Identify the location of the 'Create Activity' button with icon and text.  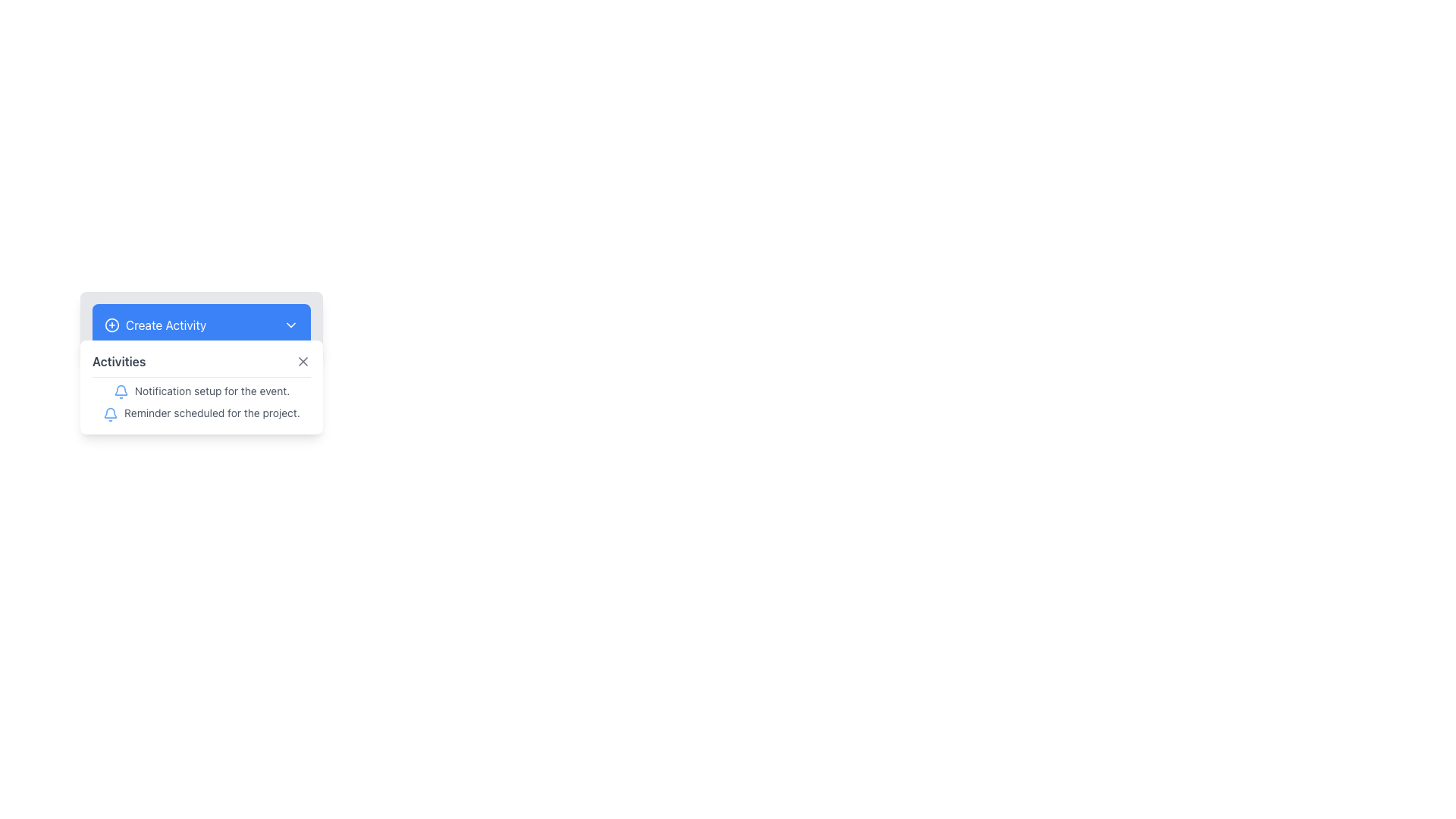
(155, 324).